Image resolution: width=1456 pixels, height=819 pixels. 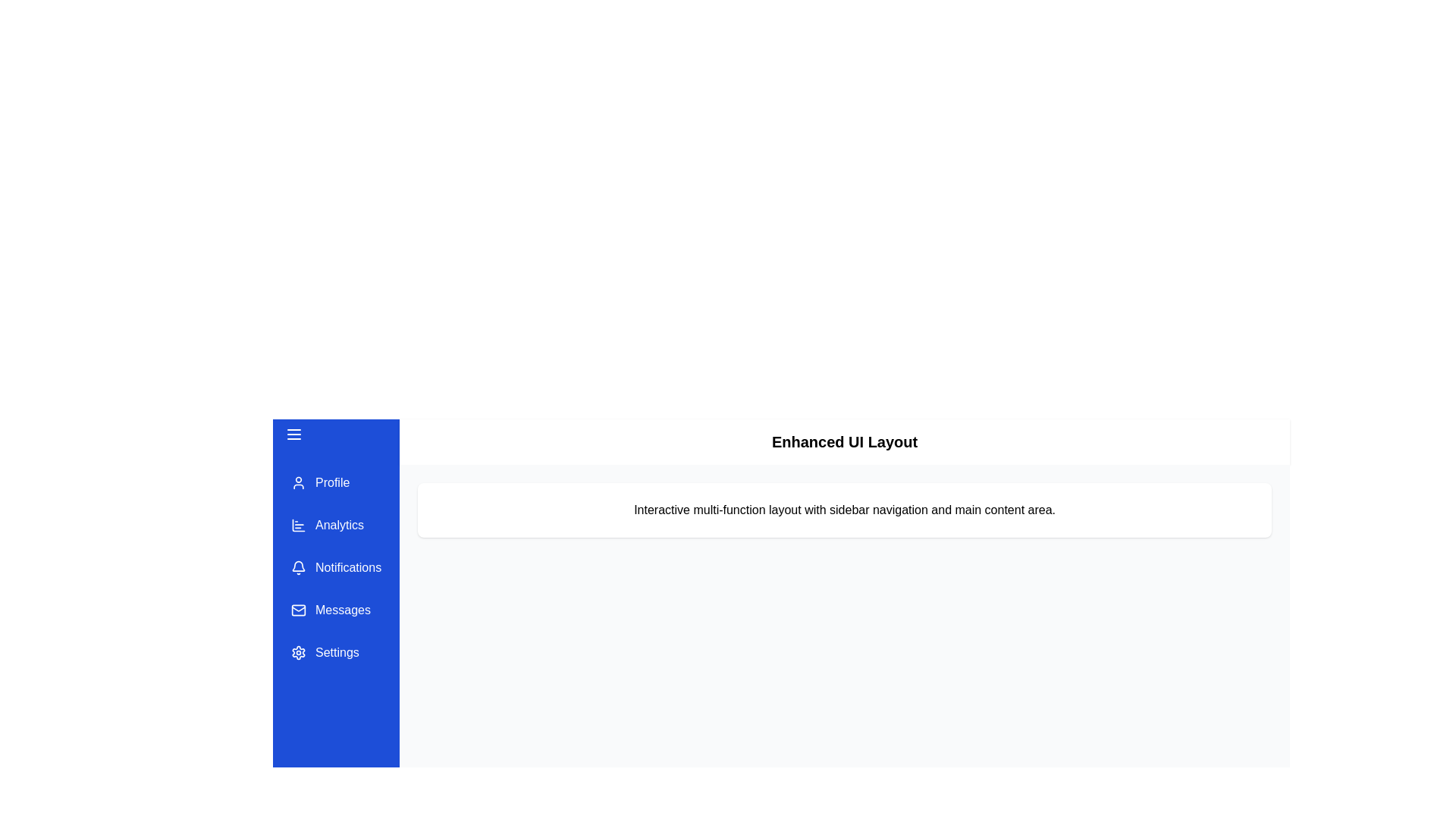 What do you see at coordinates (347, 567) in the screenshot?
I see `'Notifications' text label located in the vertical menu on the left side of the interface, which is displayed in white font on a blue background` at bounding box center [347, 567].